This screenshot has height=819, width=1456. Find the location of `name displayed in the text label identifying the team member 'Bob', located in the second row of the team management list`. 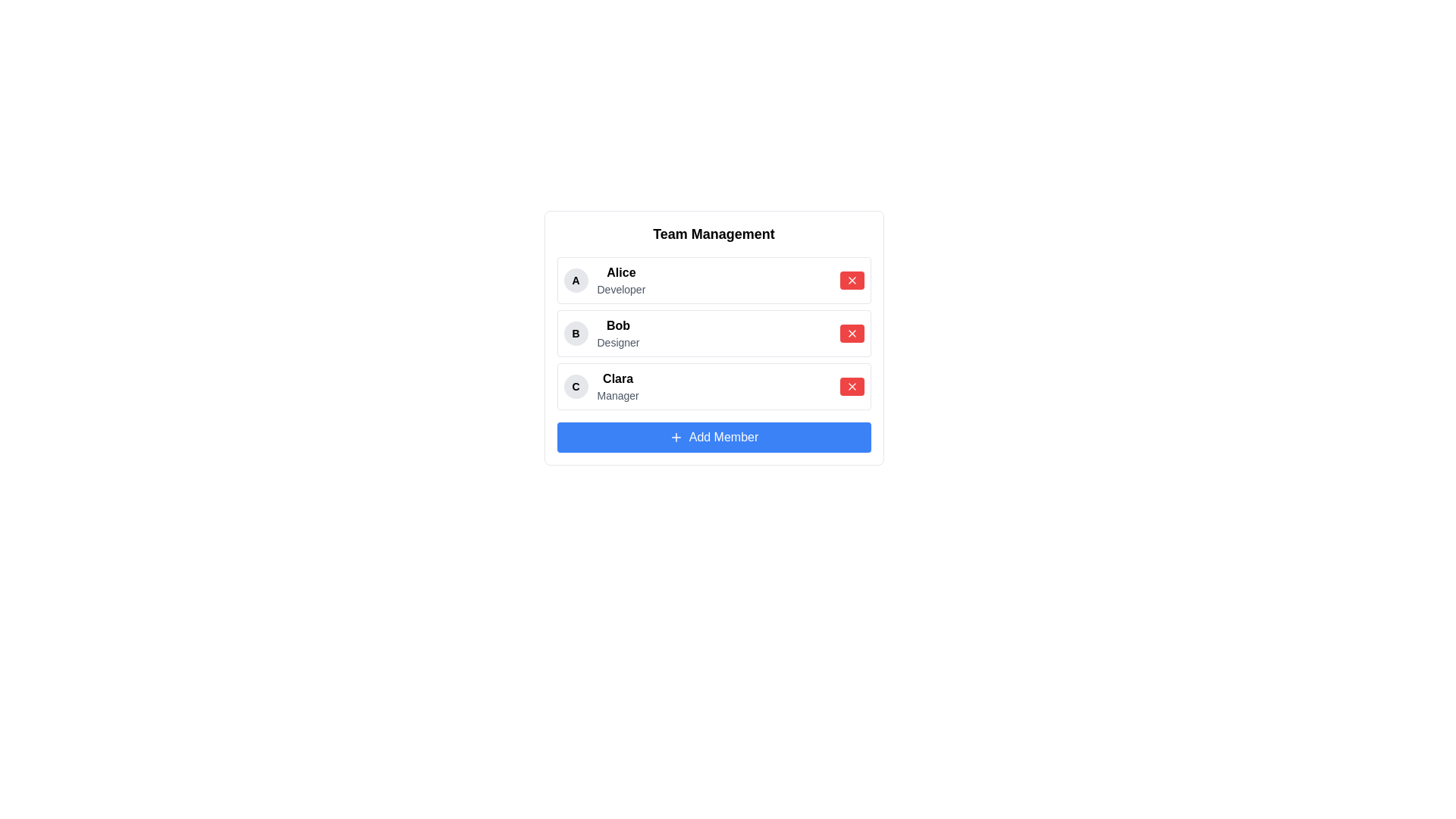

name displayed in the text label identifying the team member 'Bob', located in the second row of the team management list is located at coordinates (618, 325).